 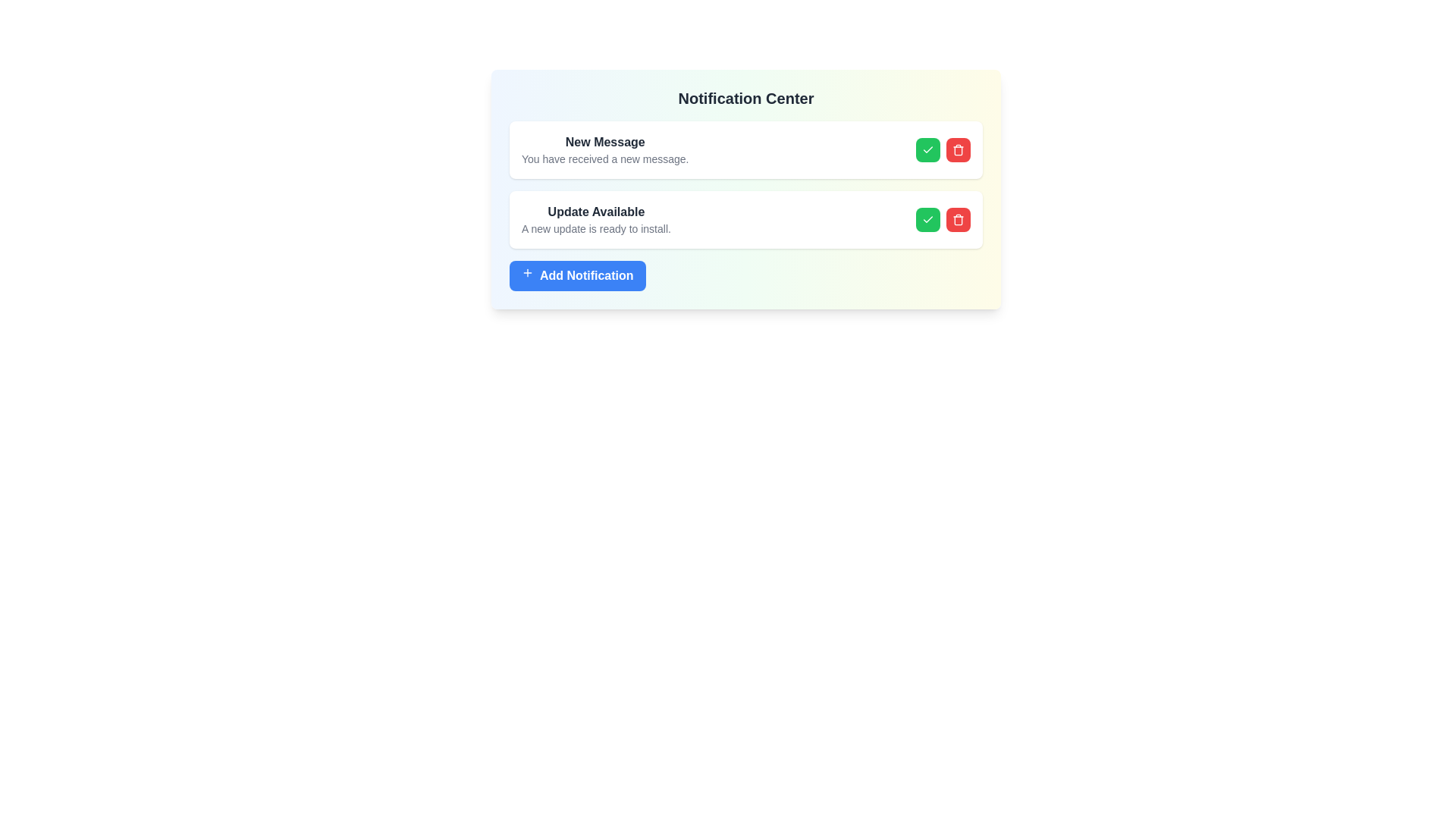 I want to click on the text element that reads 'You have received a new message.' which is styled in gray color and located beneath the heading 'New Message' in the Notification Center, so click(x=604, y=158).